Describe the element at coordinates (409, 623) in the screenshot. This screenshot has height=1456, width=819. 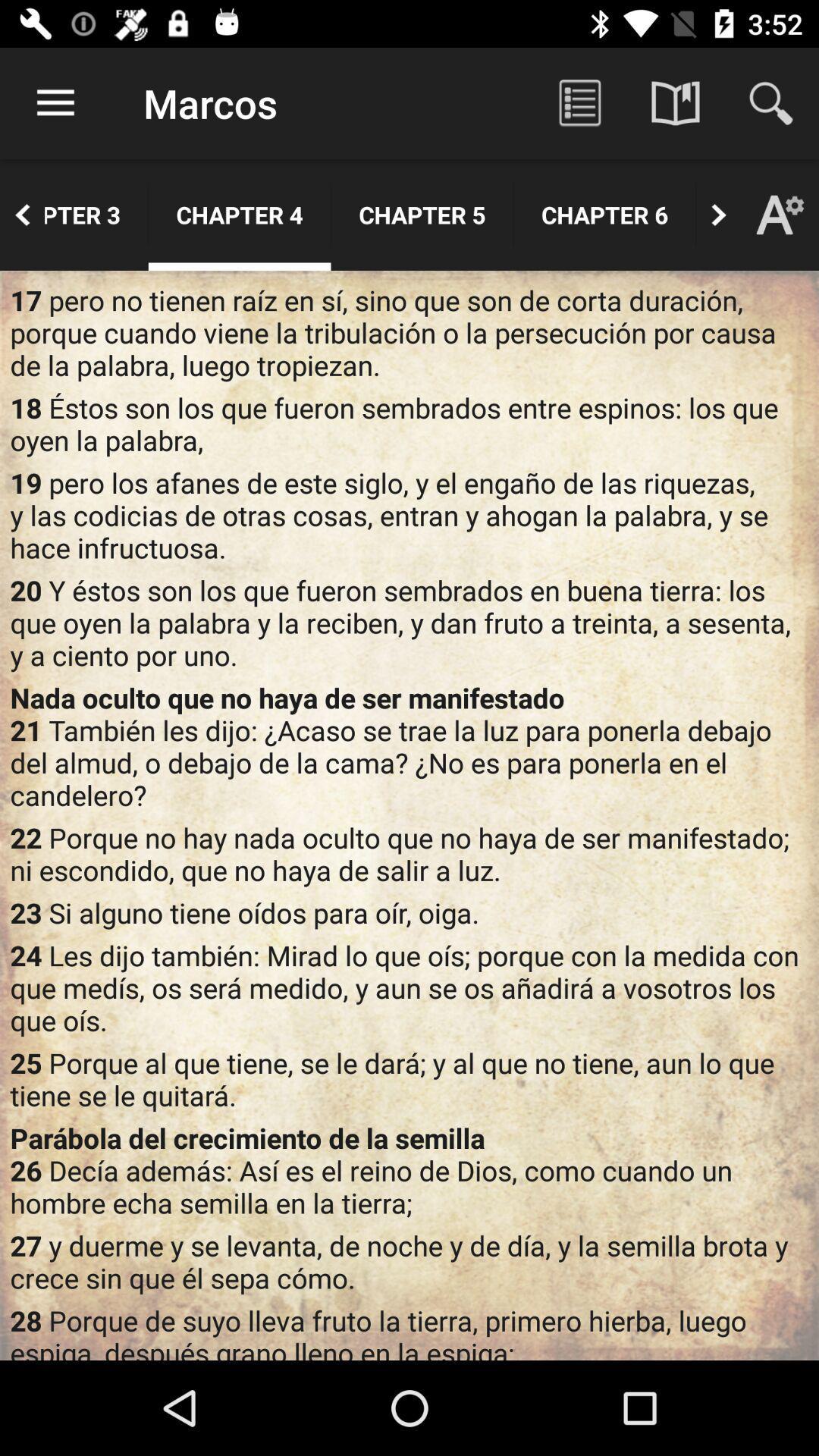
I see `item below the 19 pero los` at that location.